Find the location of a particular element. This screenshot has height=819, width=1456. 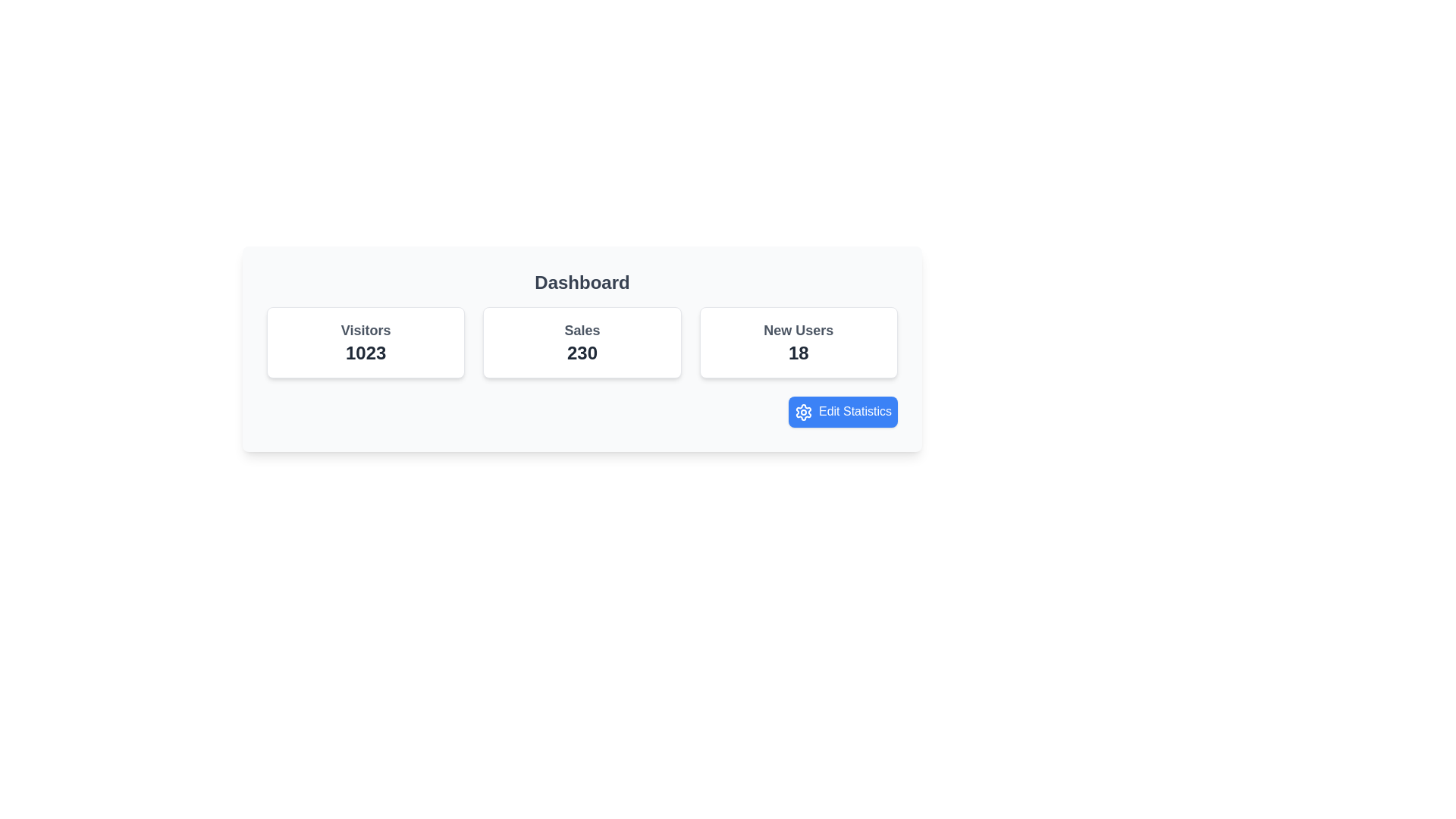

the Display Card that reads 'New Users' with the number '18', which is the third card in a row of three cards, positioned between the 'Sales' card and the 'Edit Statistics' button is located at coordinates (798, 342).